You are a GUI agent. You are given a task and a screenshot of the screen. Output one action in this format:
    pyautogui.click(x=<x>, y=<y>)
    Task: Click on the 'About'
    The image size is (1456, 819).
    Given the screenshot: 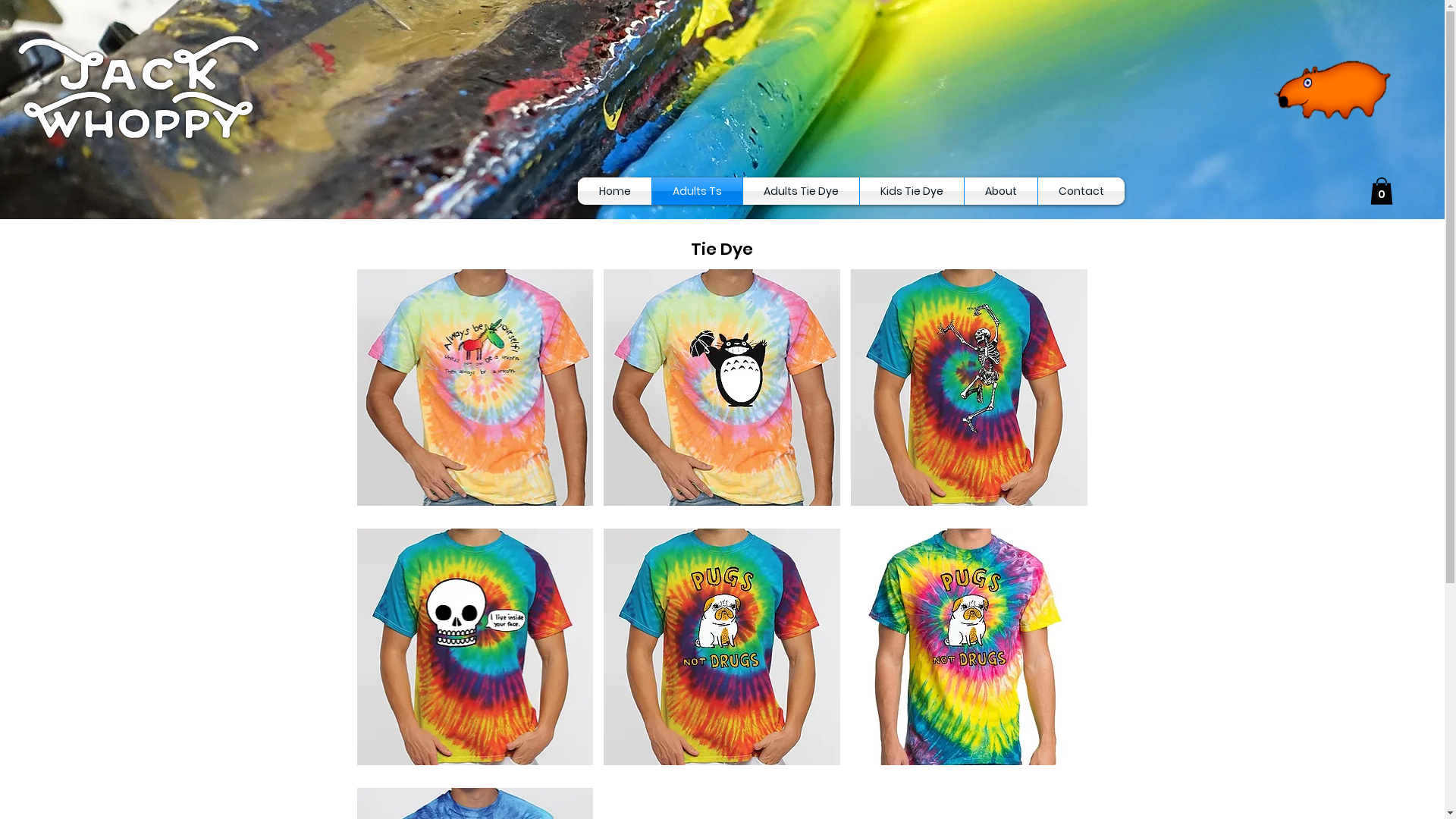 What is the action you would take?
    pyautogui.click(x=964, y=190)
    